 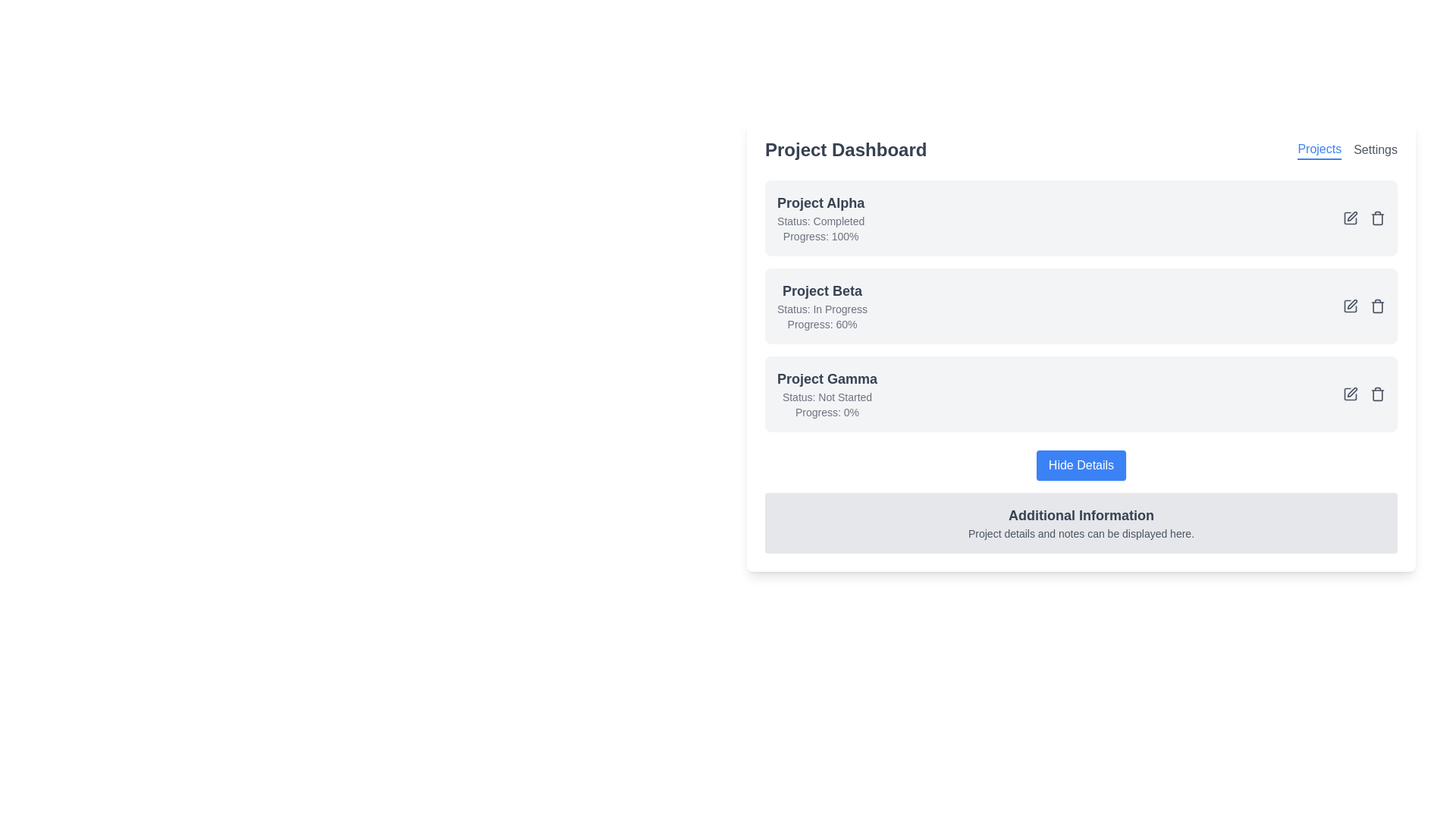 What do you see at coordinates (1378, 394) in the screenshot?
I see `the delete button icon located to the right of the 'Project Gamma' entry` at bounding box center [1378, 394].